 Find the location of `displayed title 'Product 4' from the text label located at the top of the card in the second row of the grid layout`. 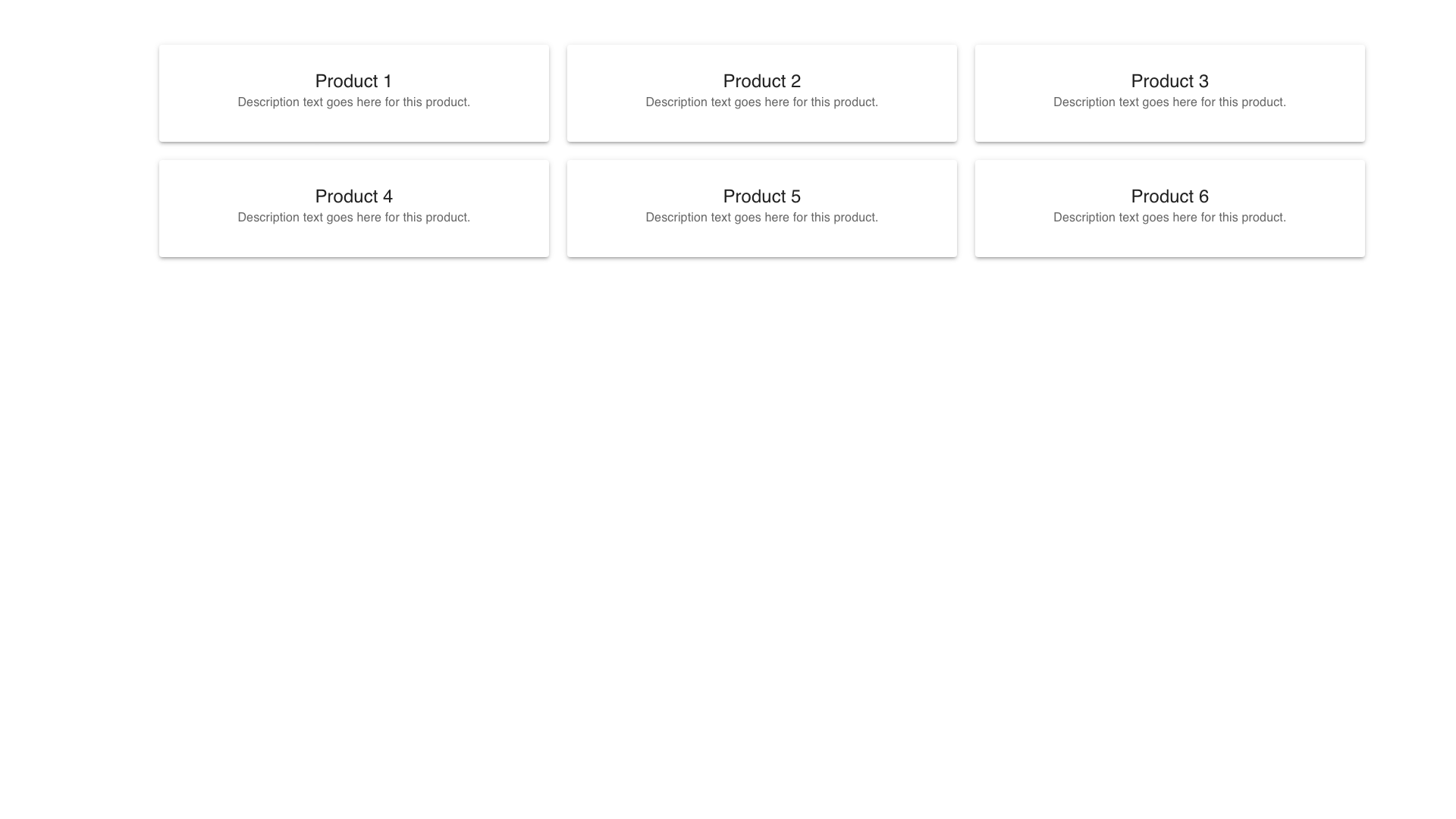

displayed title 'Product 4' from the text label located at the top of the card in the second row of the grid layout is located at coordinates (353, 195).